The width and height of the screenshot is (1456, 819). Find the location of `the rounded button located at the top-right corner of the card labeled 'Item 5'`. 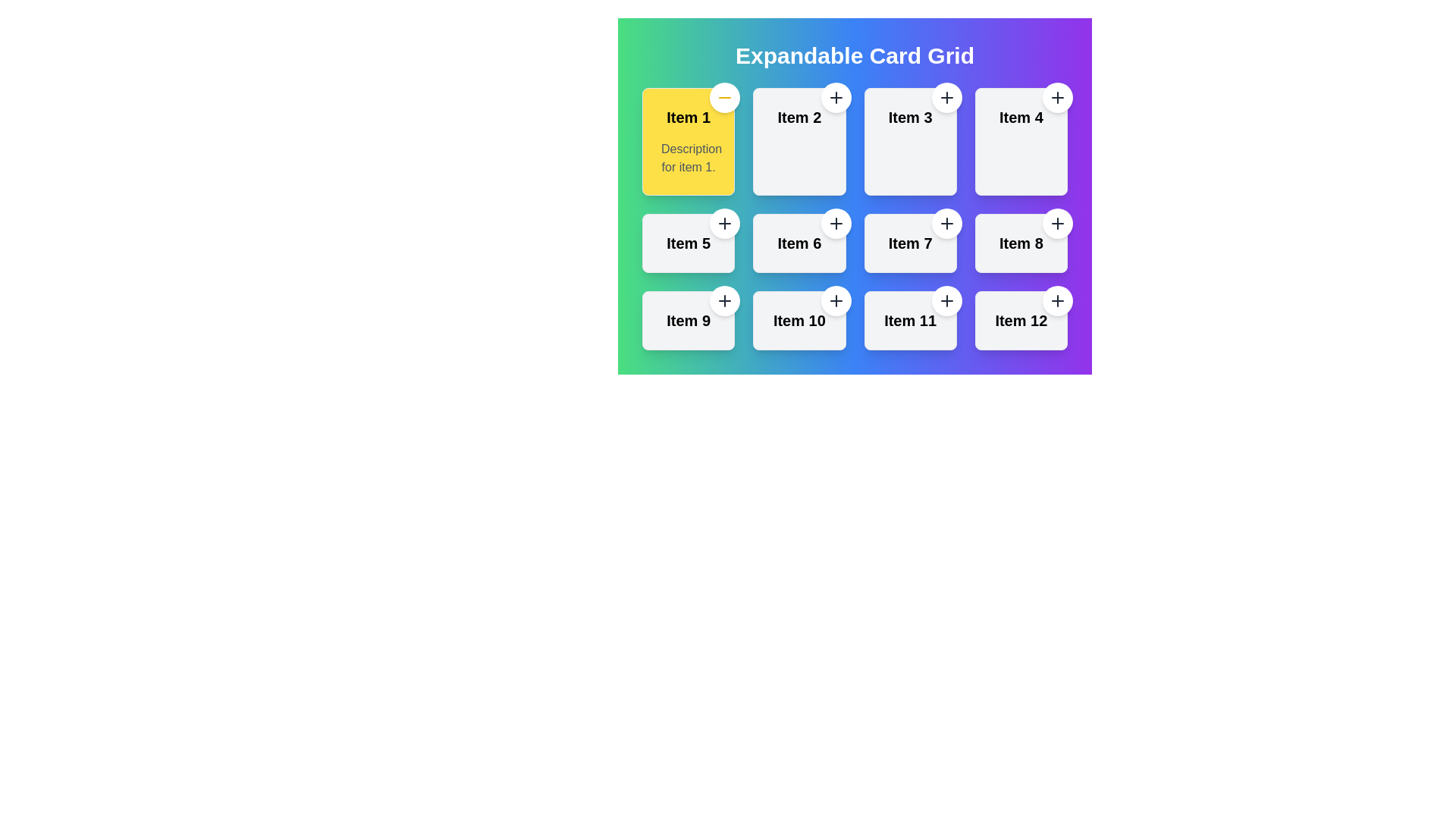

the rounded button located at the top-right corner of the card labeled 'Item 5' is located at coordinates (724, 223).